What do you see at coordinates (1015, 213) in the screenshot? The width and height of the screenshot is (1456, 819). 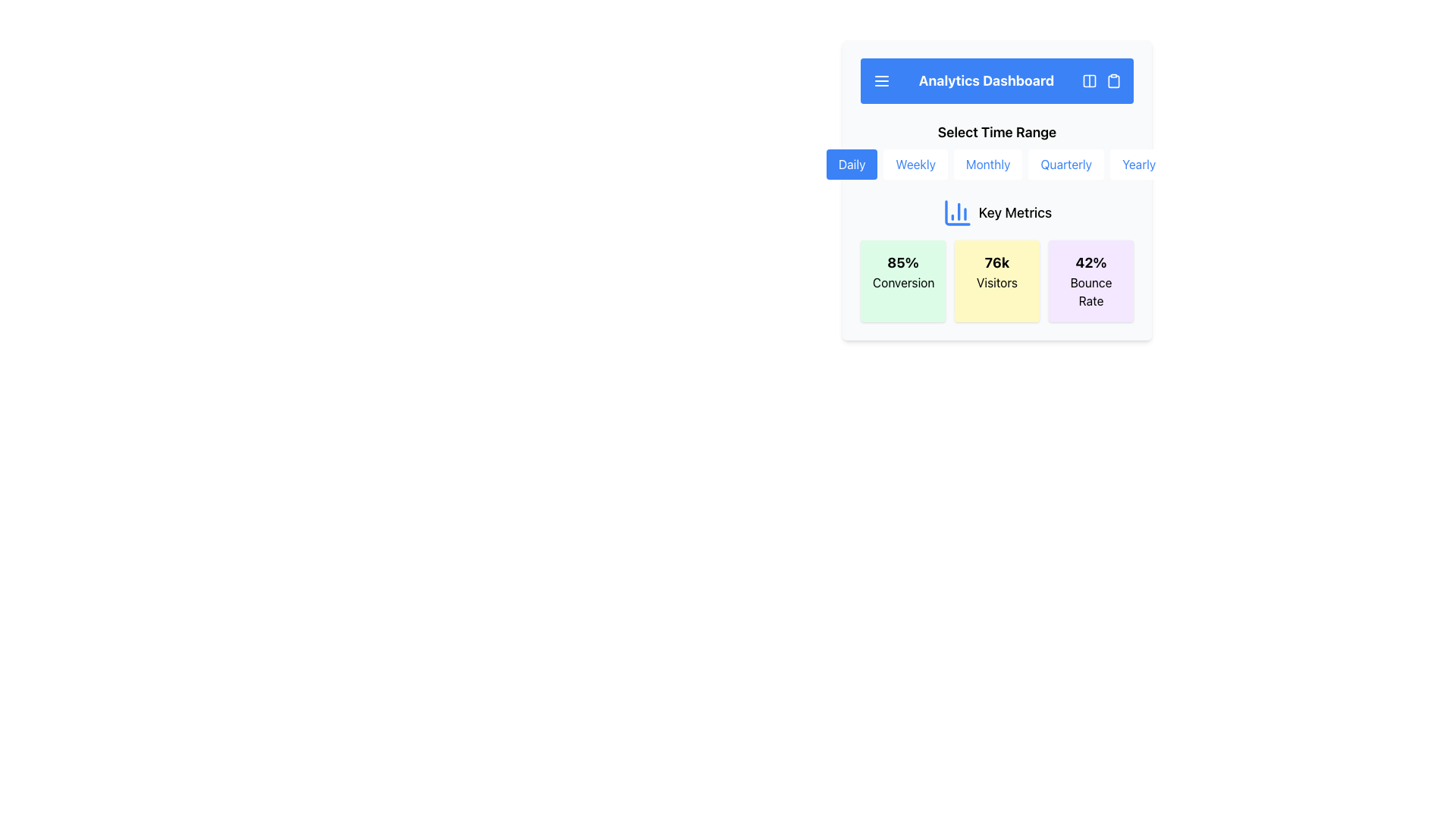 I see `the text label that says 'Key Metrics', which is styled in a large bold font and located in the upper area of the dashboard, to the right of a graphical chart icon` at bounding box center [1015, 213].